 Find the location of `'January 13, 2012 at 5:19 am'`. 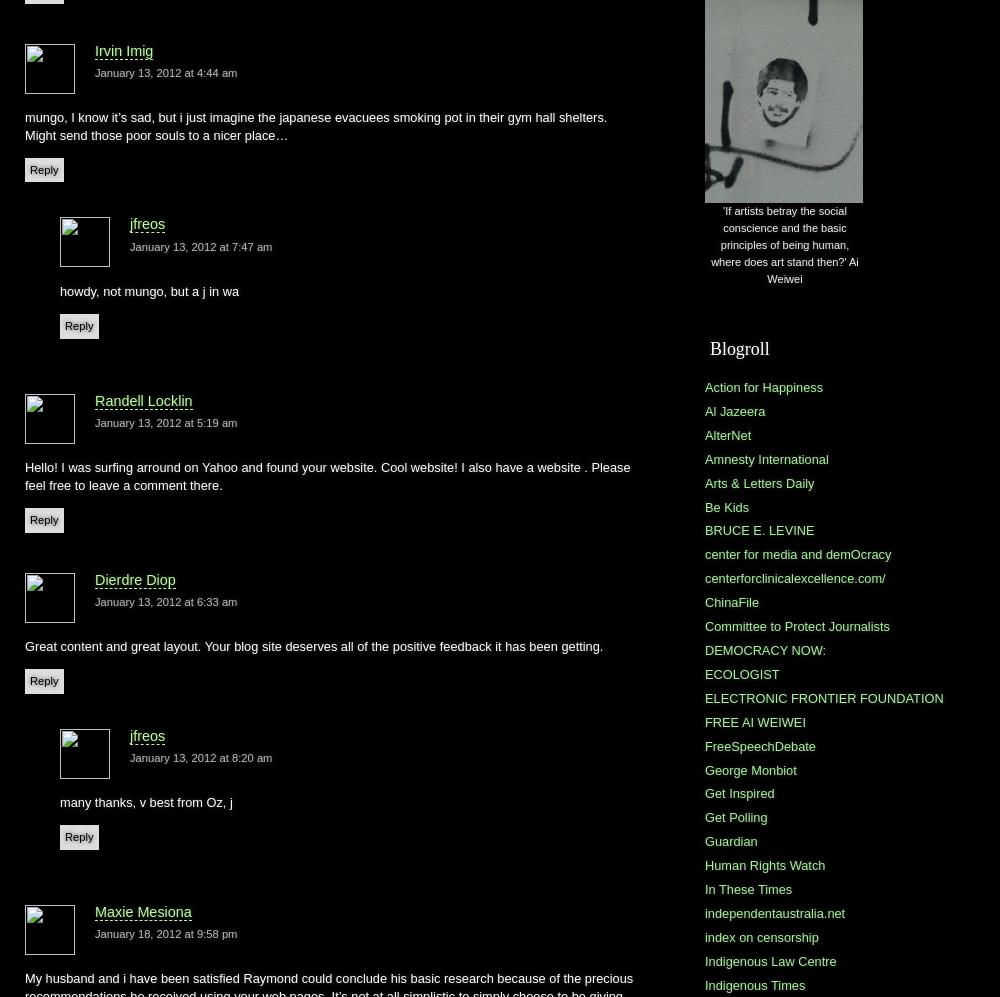

'January 13, 2012 at 5:19 am' is located at coordinates (94, 421).